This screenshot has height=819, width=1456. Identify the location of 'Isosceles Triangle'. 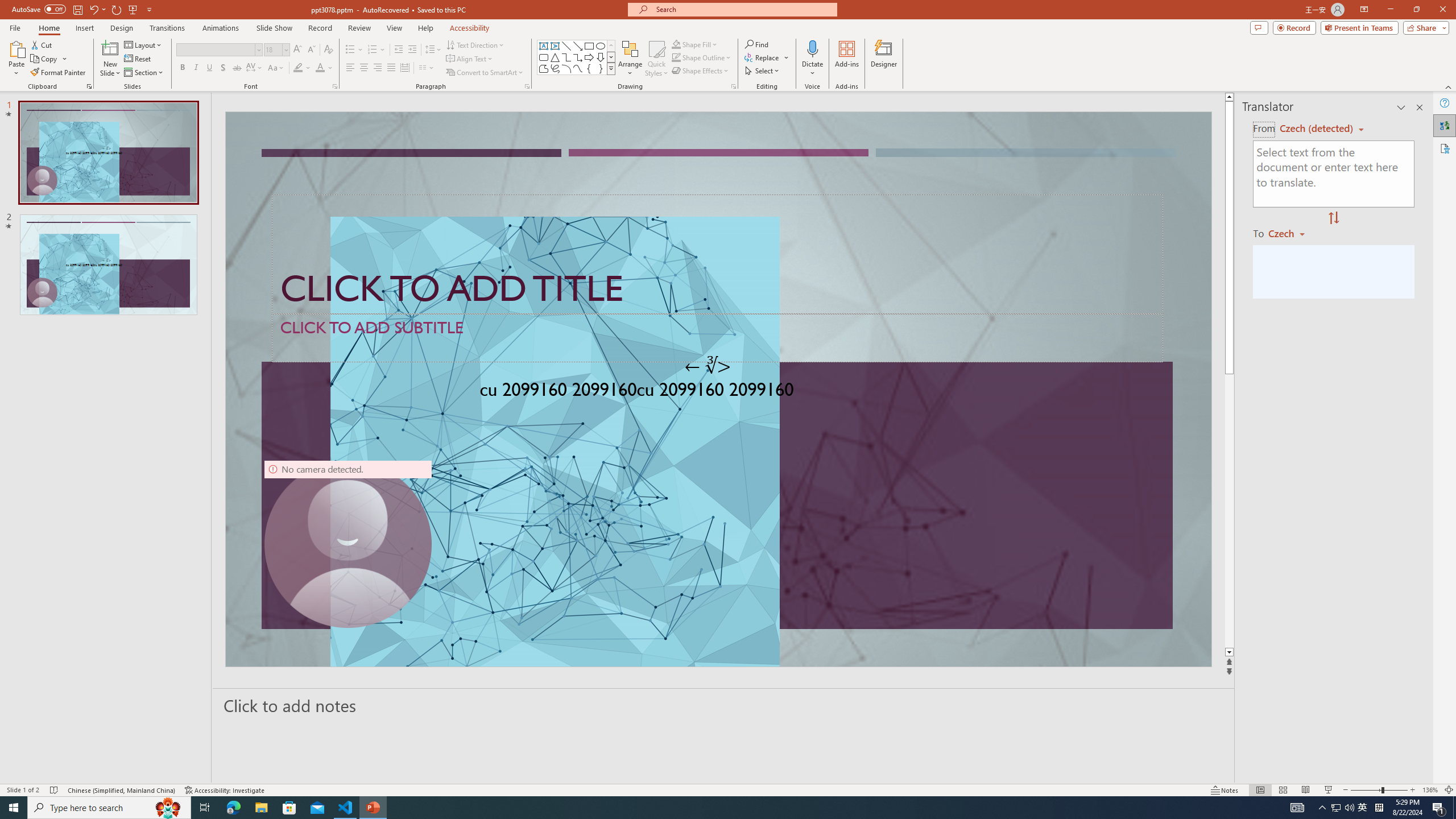
(554, 56).